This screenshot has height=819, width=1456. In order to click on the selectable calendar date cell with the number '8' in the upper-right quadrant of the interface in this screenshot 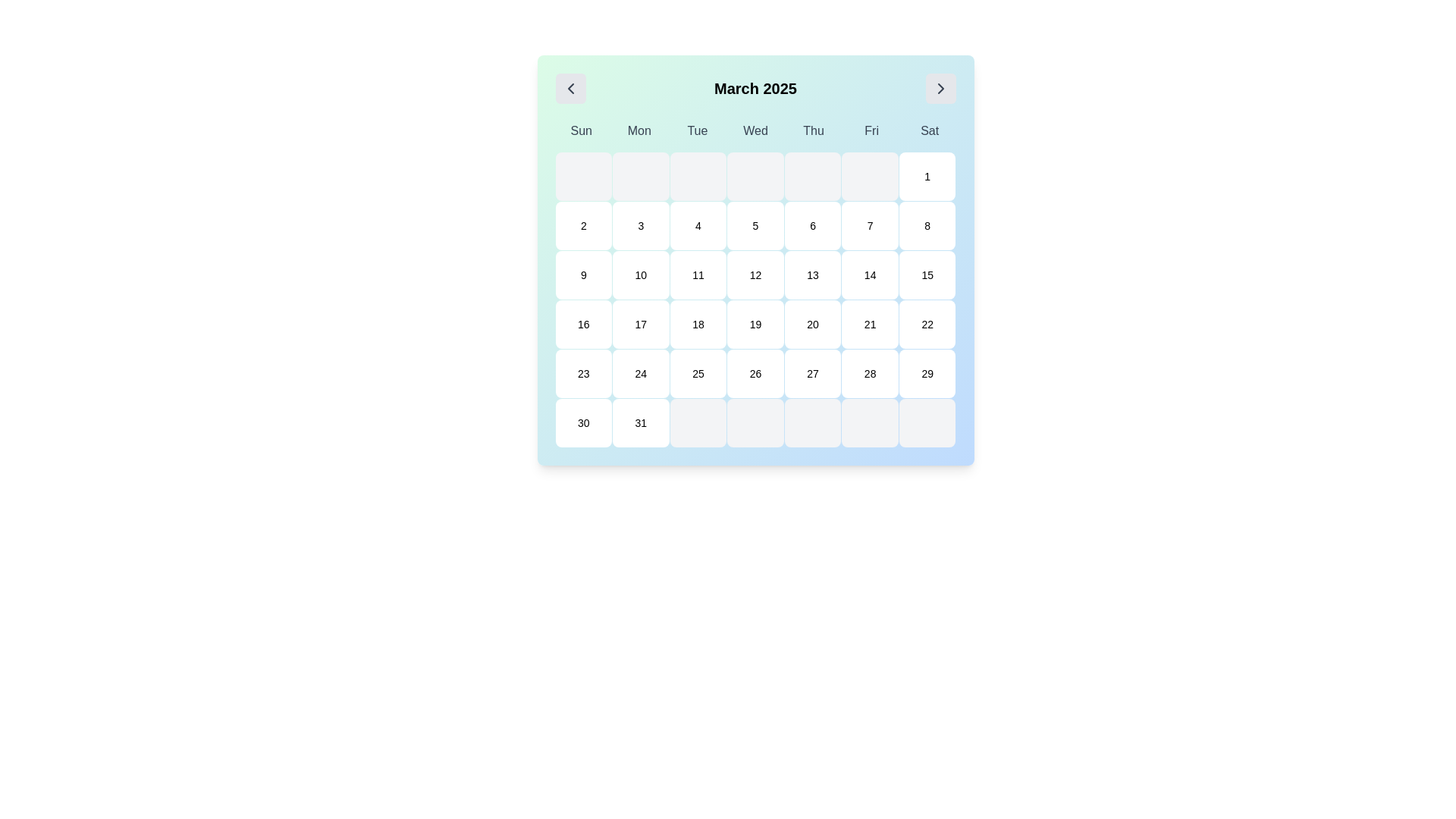, I will do `click(927, 225)`.